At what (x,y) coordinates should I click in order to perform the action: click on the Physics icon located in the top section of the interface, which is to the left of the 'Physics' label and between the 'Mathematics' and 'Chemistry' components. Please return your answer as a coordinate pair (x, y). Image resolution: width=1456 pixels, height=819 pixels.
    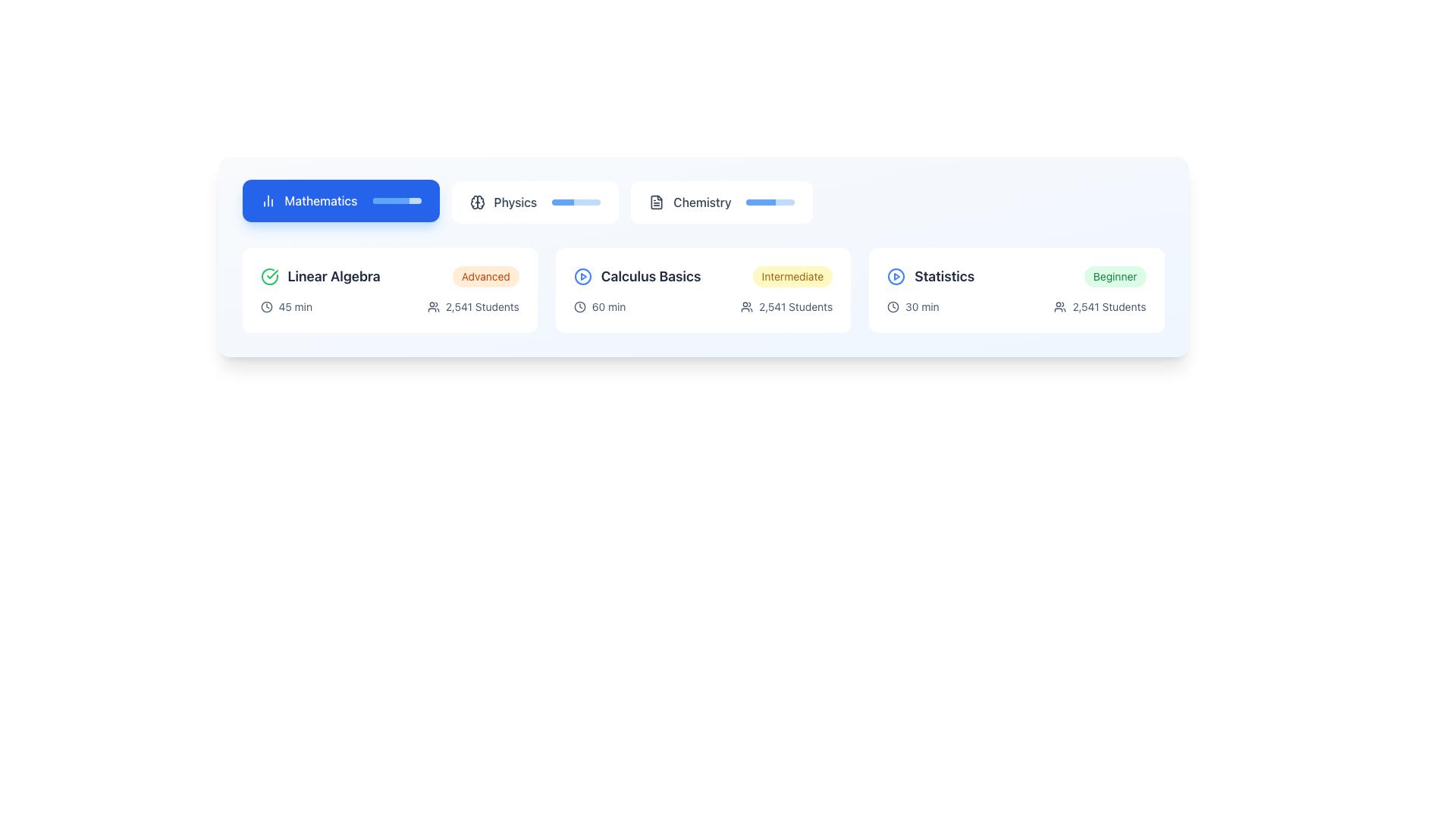
    Looking at the image, I should click on (476, 201).